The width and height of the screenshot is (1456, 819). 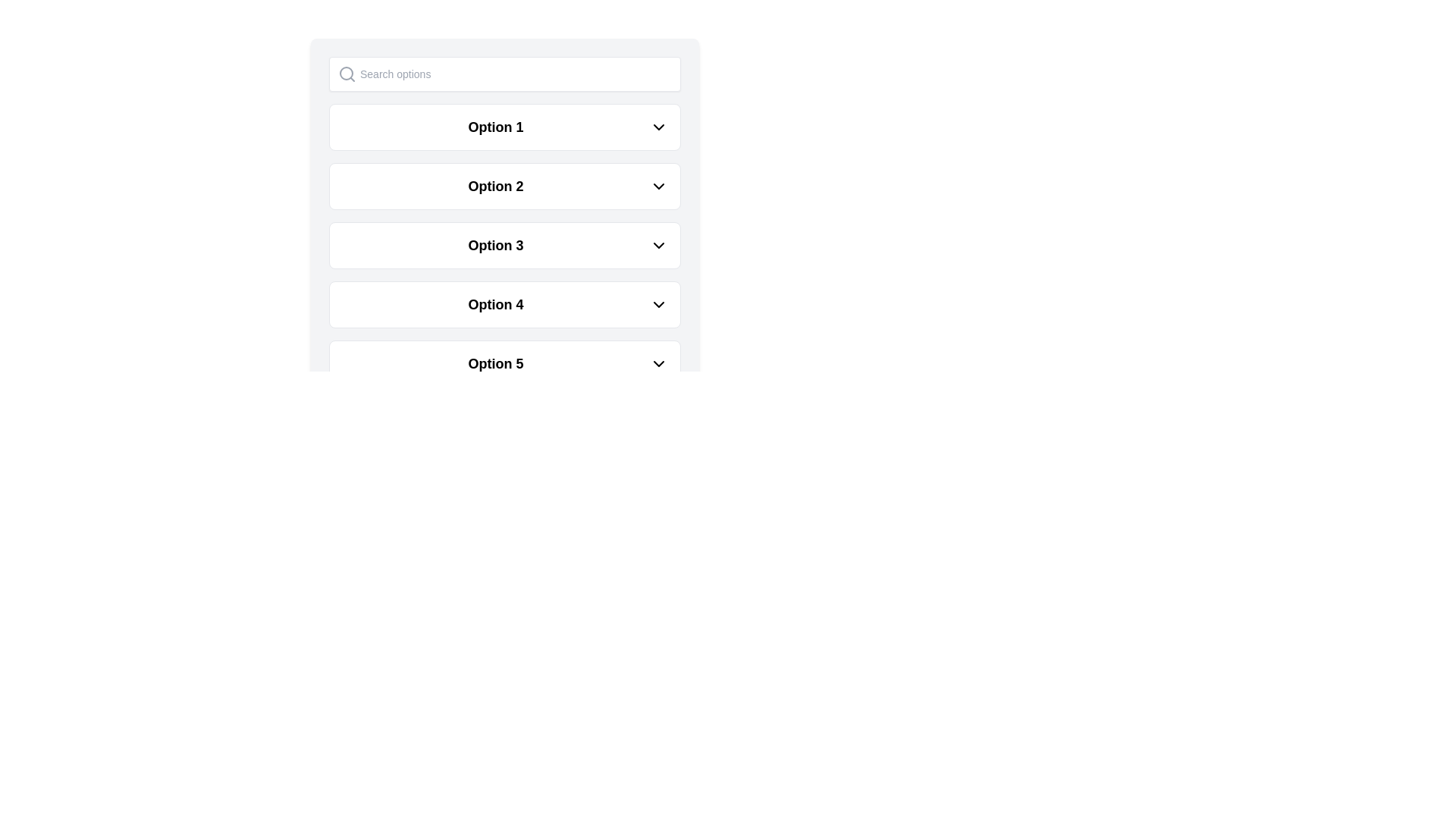 What do you see at coordinates (495, 127) in the screenshot?
I see `the 'Option 1' text label in the dropdown list` at bounding box center [495, 127].